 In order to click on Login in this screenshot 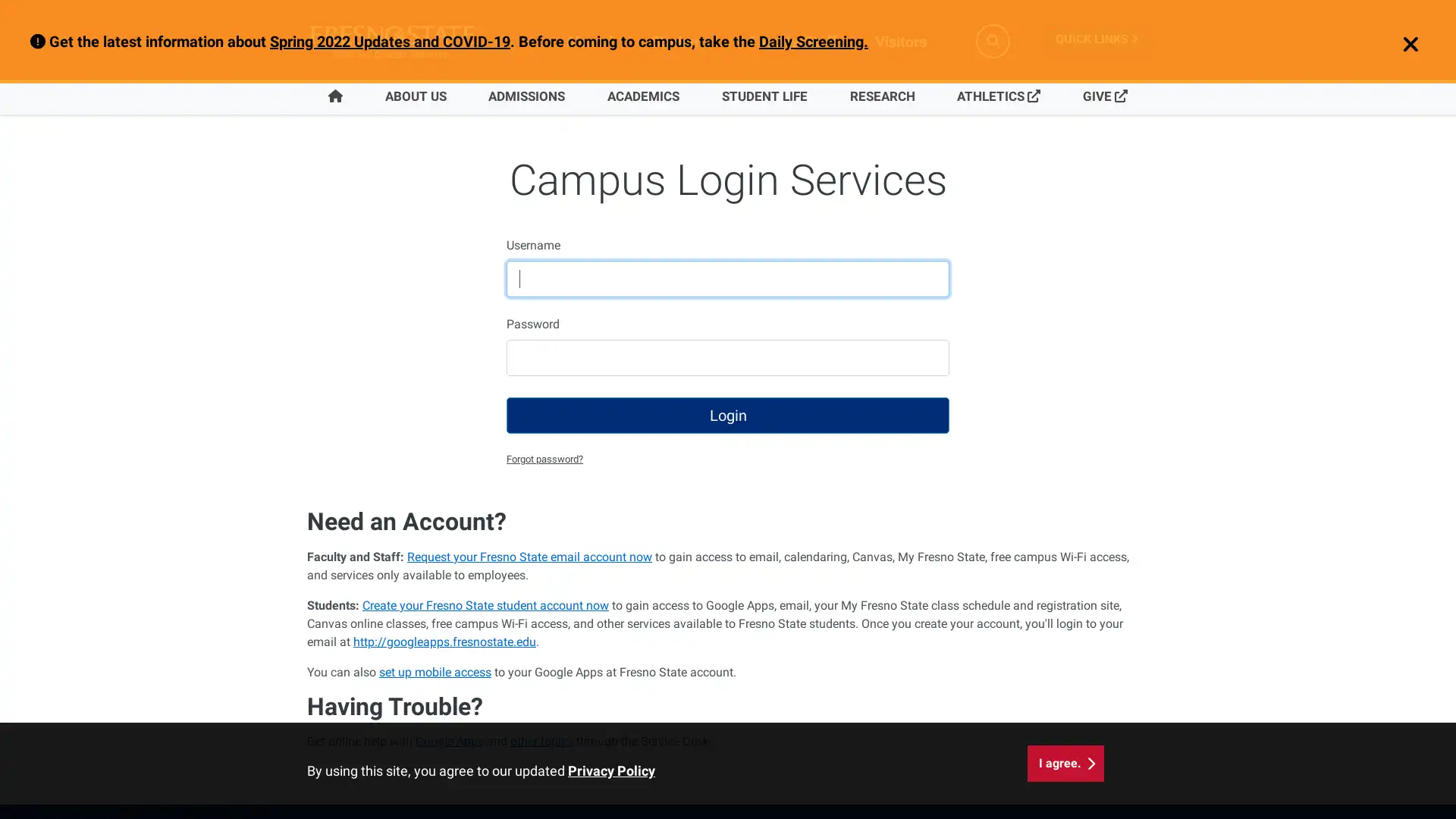, I will do `click(728, 415)`.